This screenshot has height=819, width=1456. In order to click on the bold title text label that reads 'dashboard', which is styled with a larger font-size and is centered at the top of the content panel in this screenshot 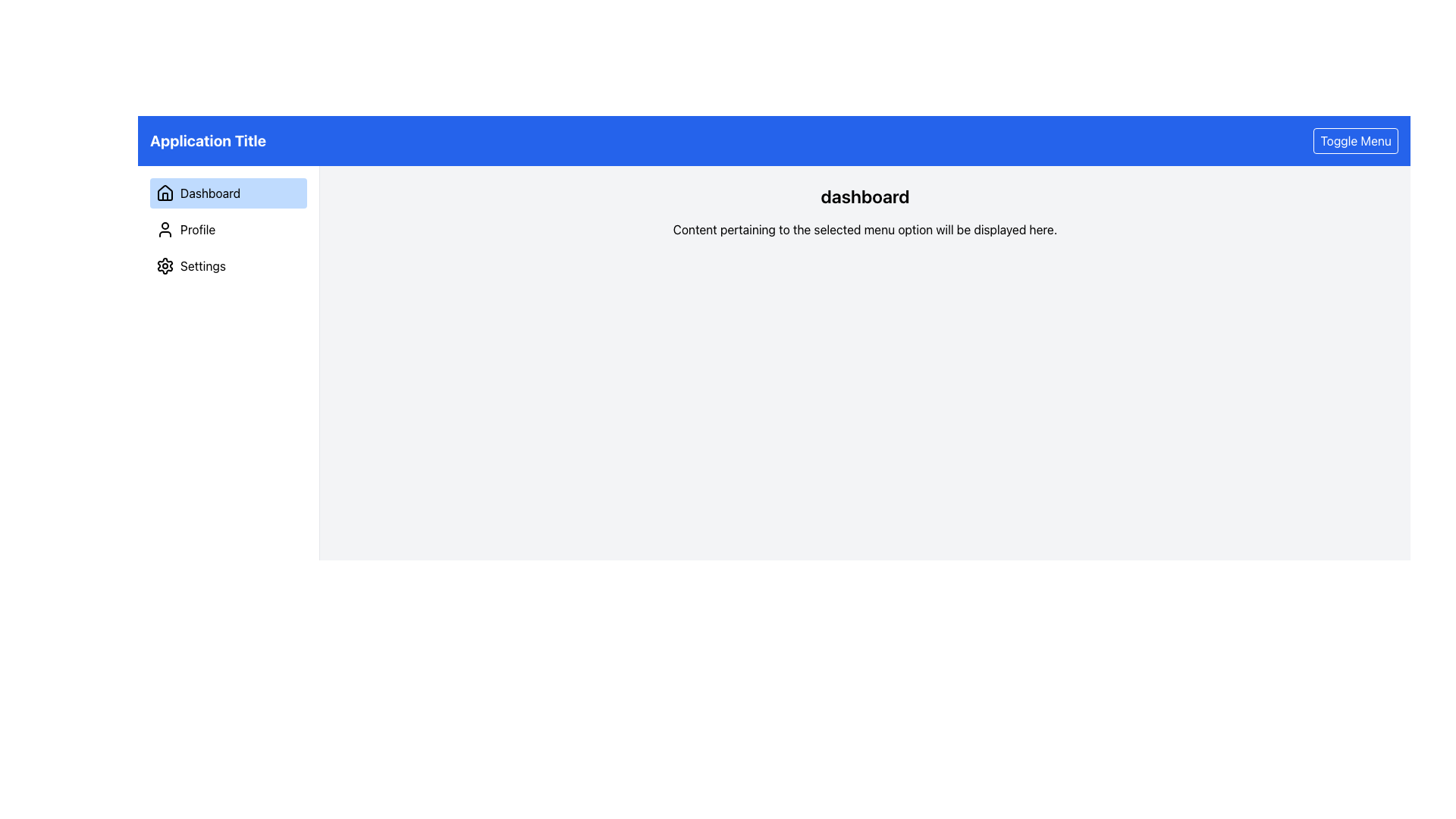, I will do `click(865, 195)`.